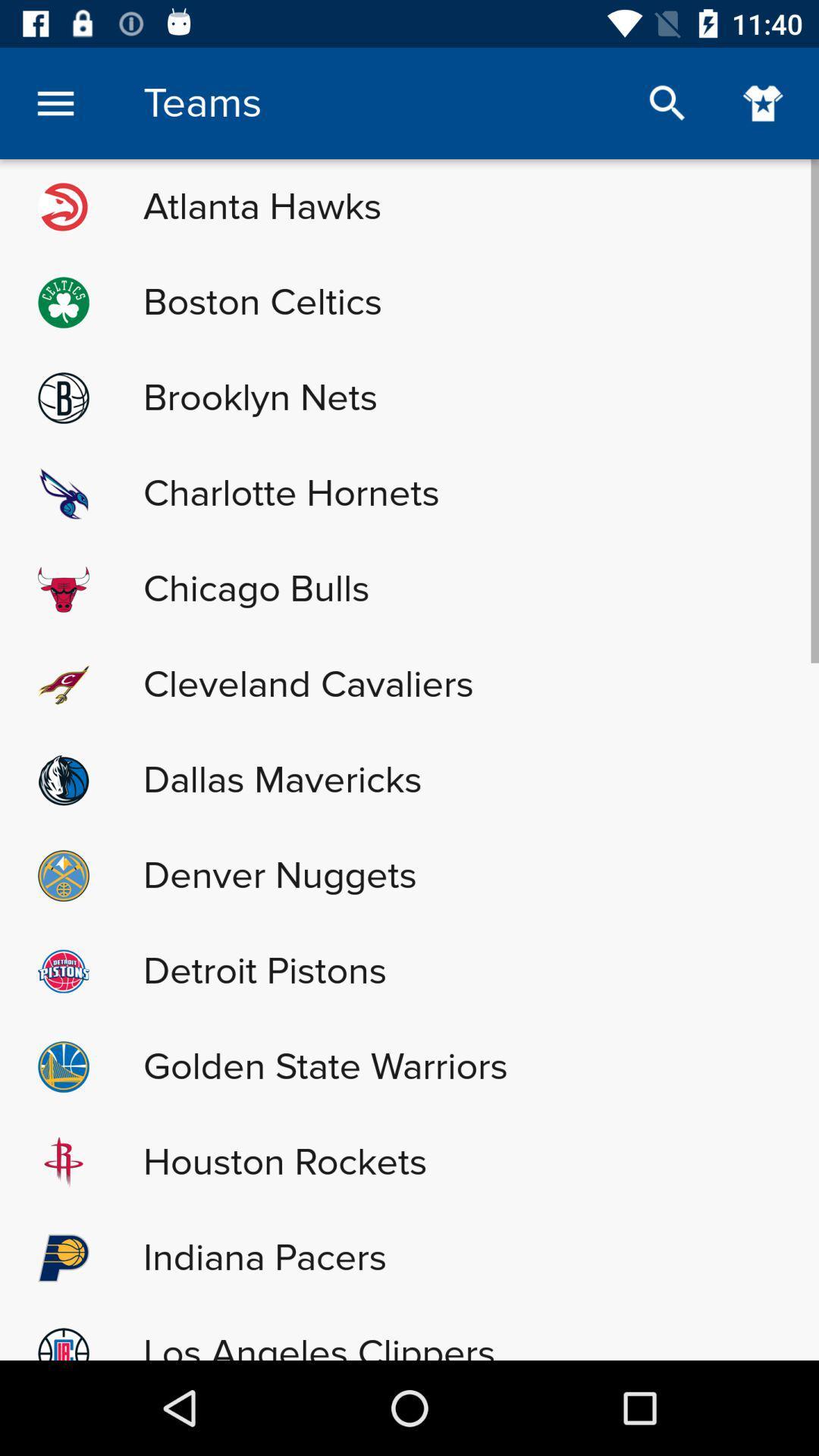  What do you see at coordinates (667, 102) in the screenshot?
I see `search teams` at bounding box center [667, 102].